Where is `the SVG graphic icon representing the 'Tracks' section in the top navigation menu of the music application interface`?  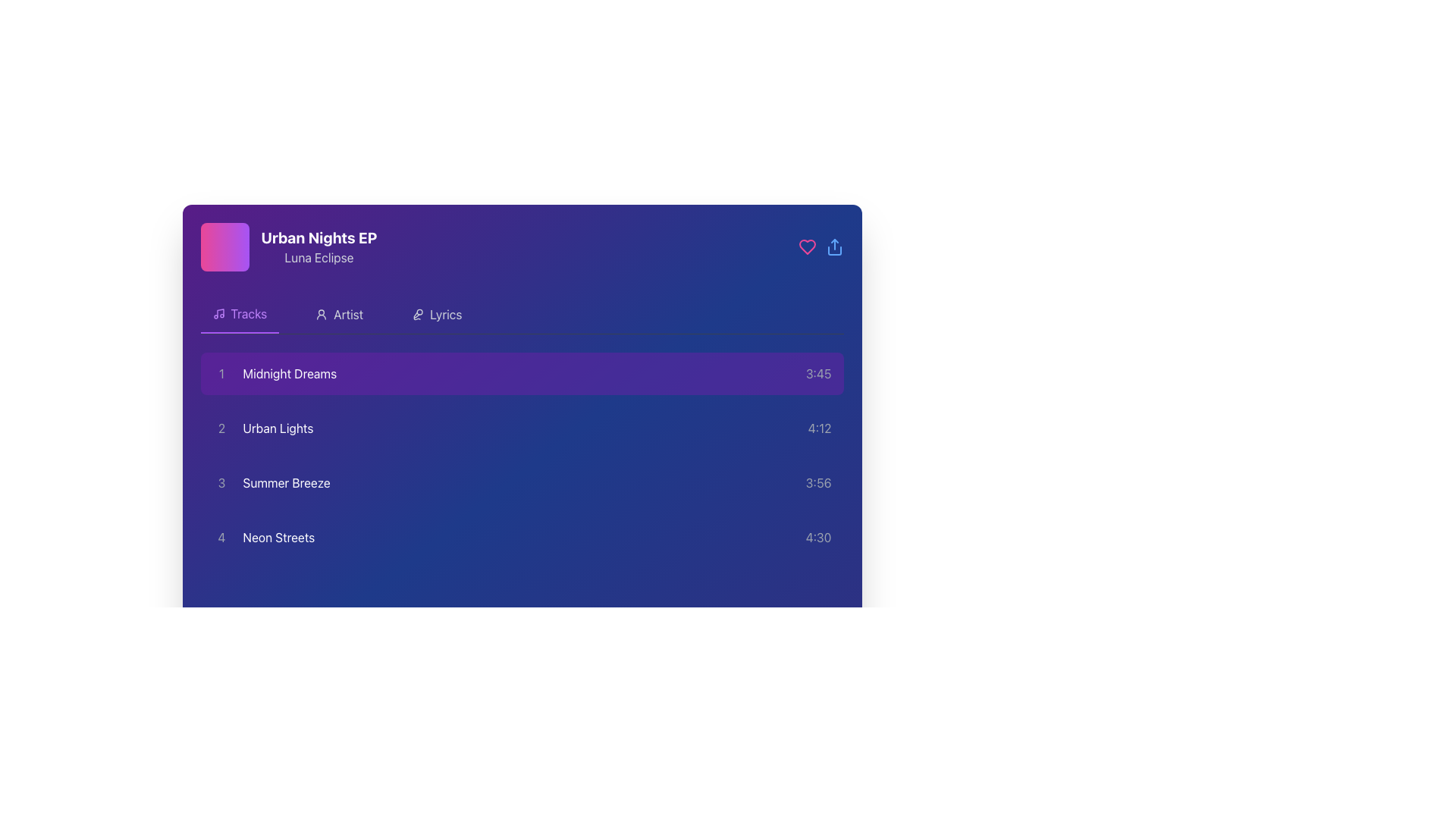
the SVG graphic icon representing the 'Tracks' section in the top navigation menu of the music application interface is located at coordinates (218, 312).